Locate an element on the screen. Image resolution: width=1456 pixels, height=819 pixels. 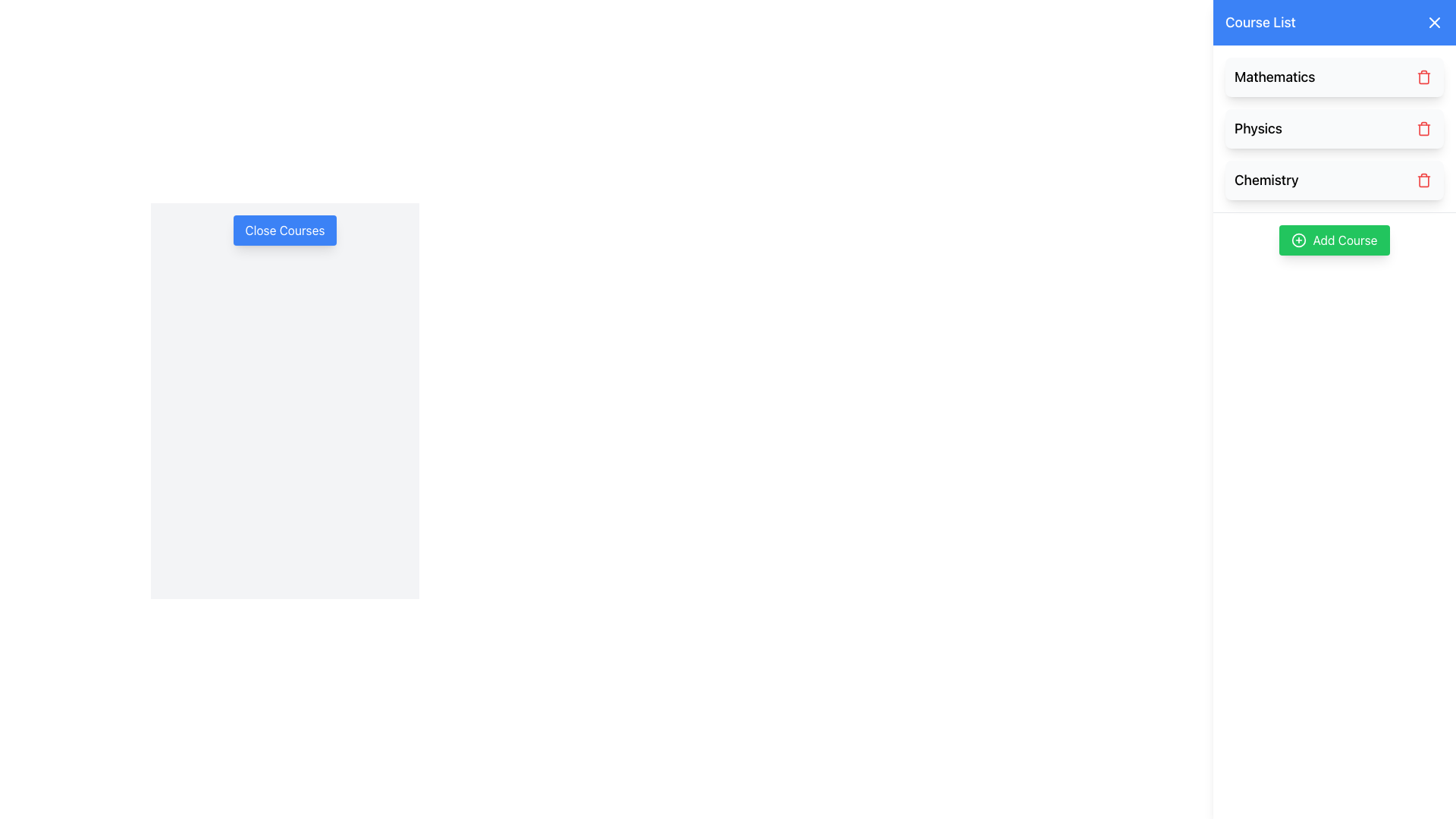
the 'X' icon button on the blue background at the top right corner of the 'Course List' section is located at coordinates (1433, 23).